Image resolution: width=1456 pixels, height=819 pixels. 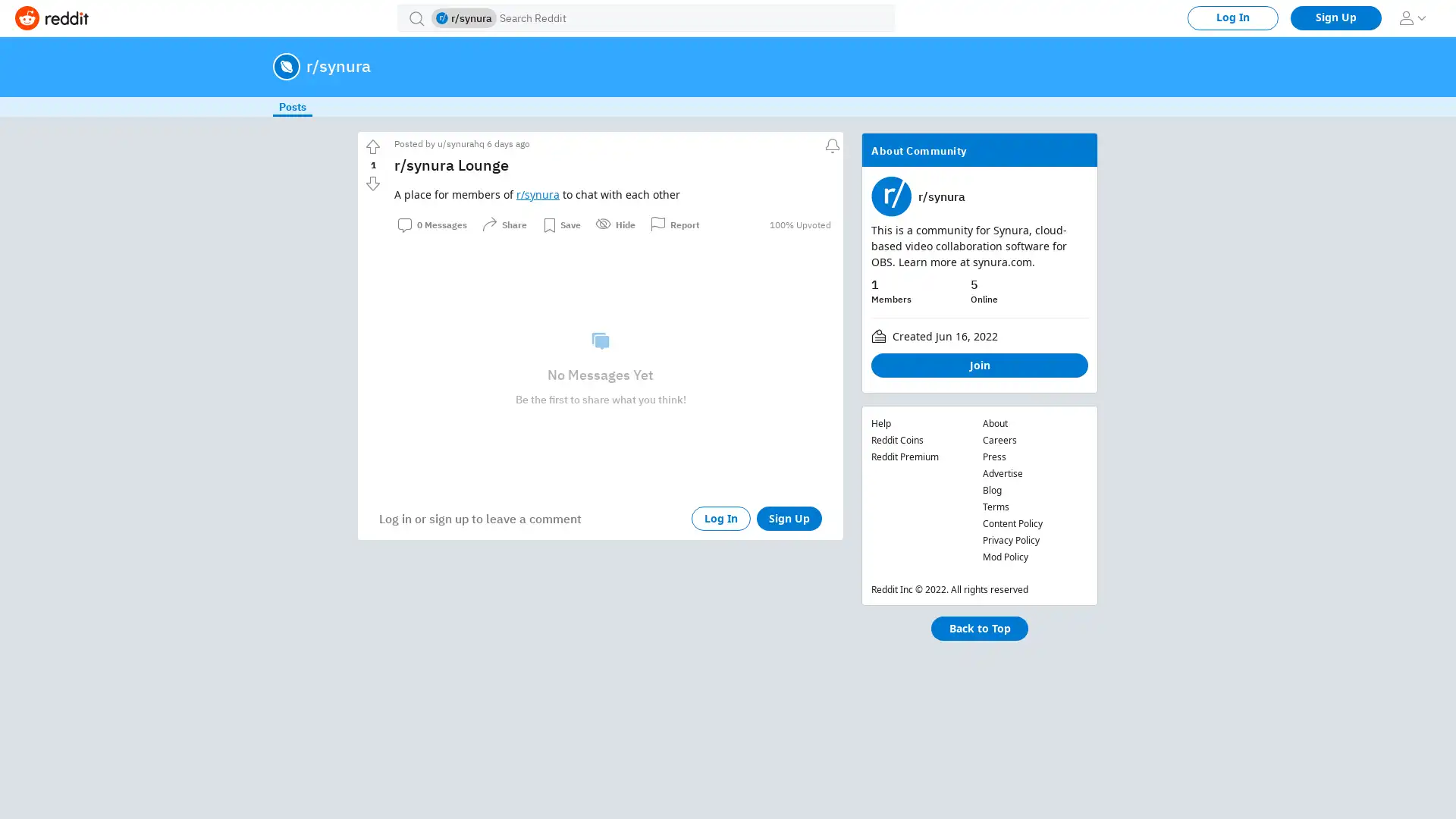 What do you see at coordinates (615, 224) in the screenshot?
I see `Hide` at bounding box center [615, 224].